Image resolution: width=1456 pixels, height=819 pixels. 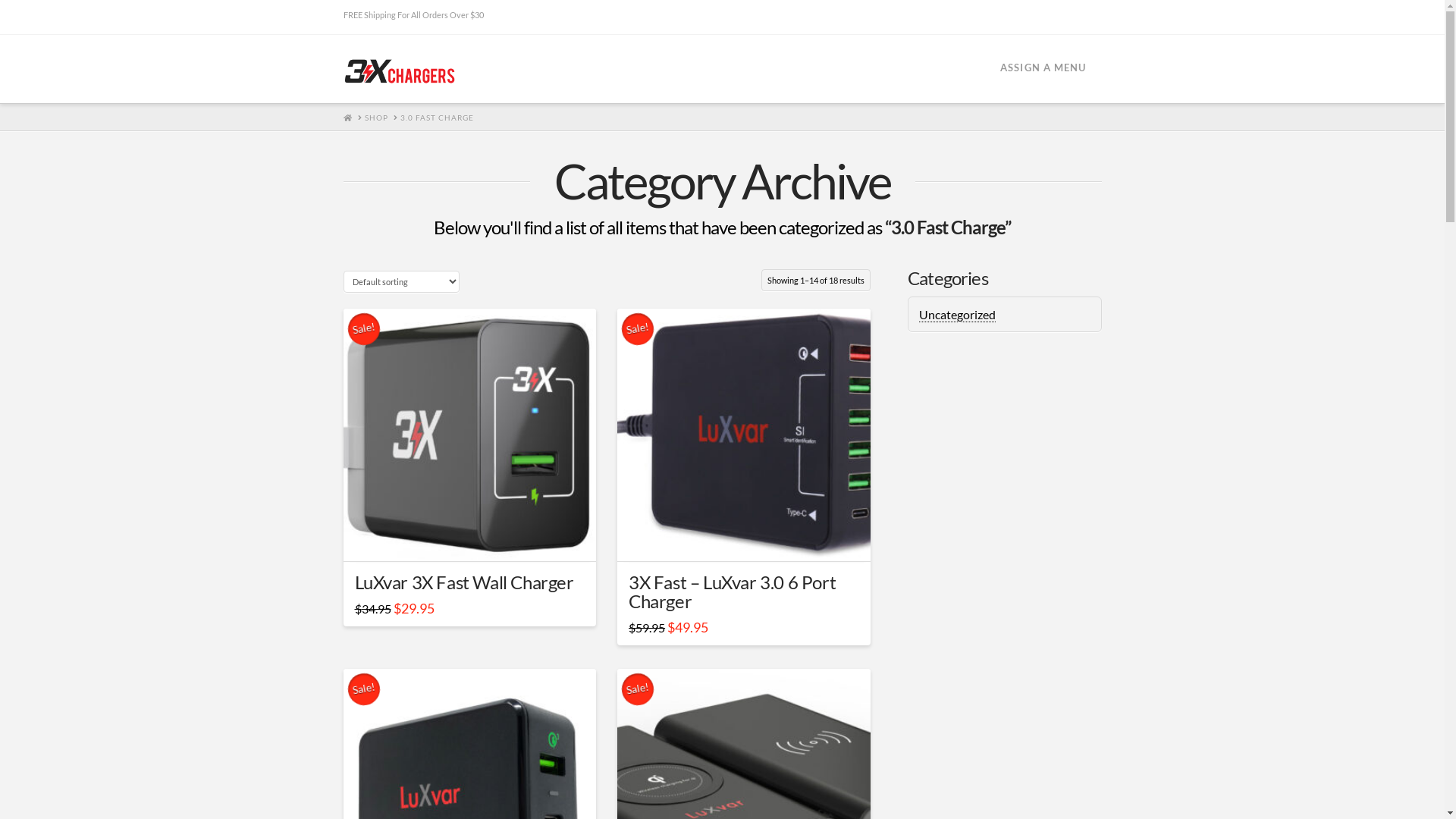 I want to click on 'HOME', so click(x=346, y=116).